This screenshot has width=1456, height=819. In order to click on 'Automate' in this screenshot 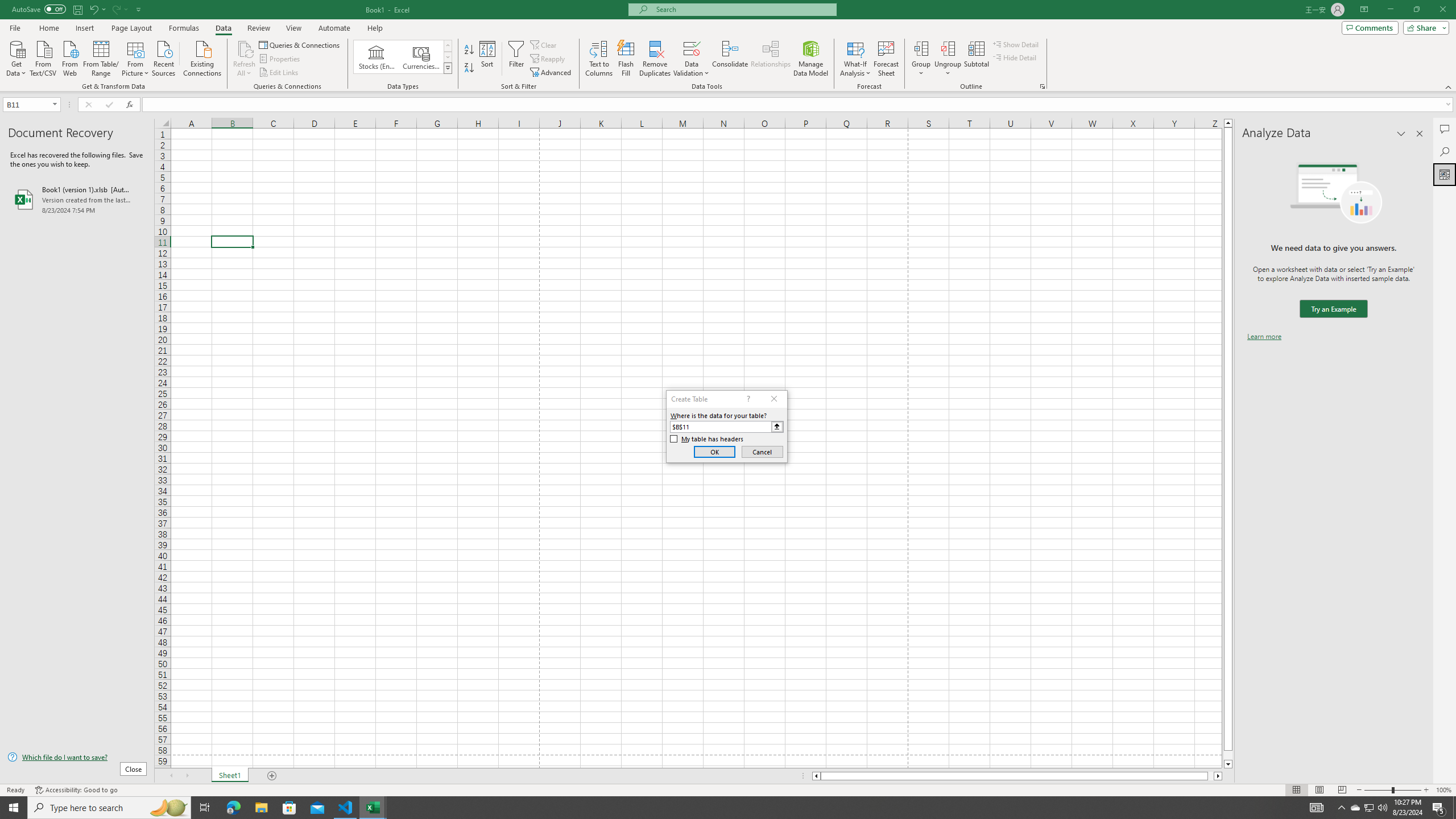, I will do `click(334, 28)`.